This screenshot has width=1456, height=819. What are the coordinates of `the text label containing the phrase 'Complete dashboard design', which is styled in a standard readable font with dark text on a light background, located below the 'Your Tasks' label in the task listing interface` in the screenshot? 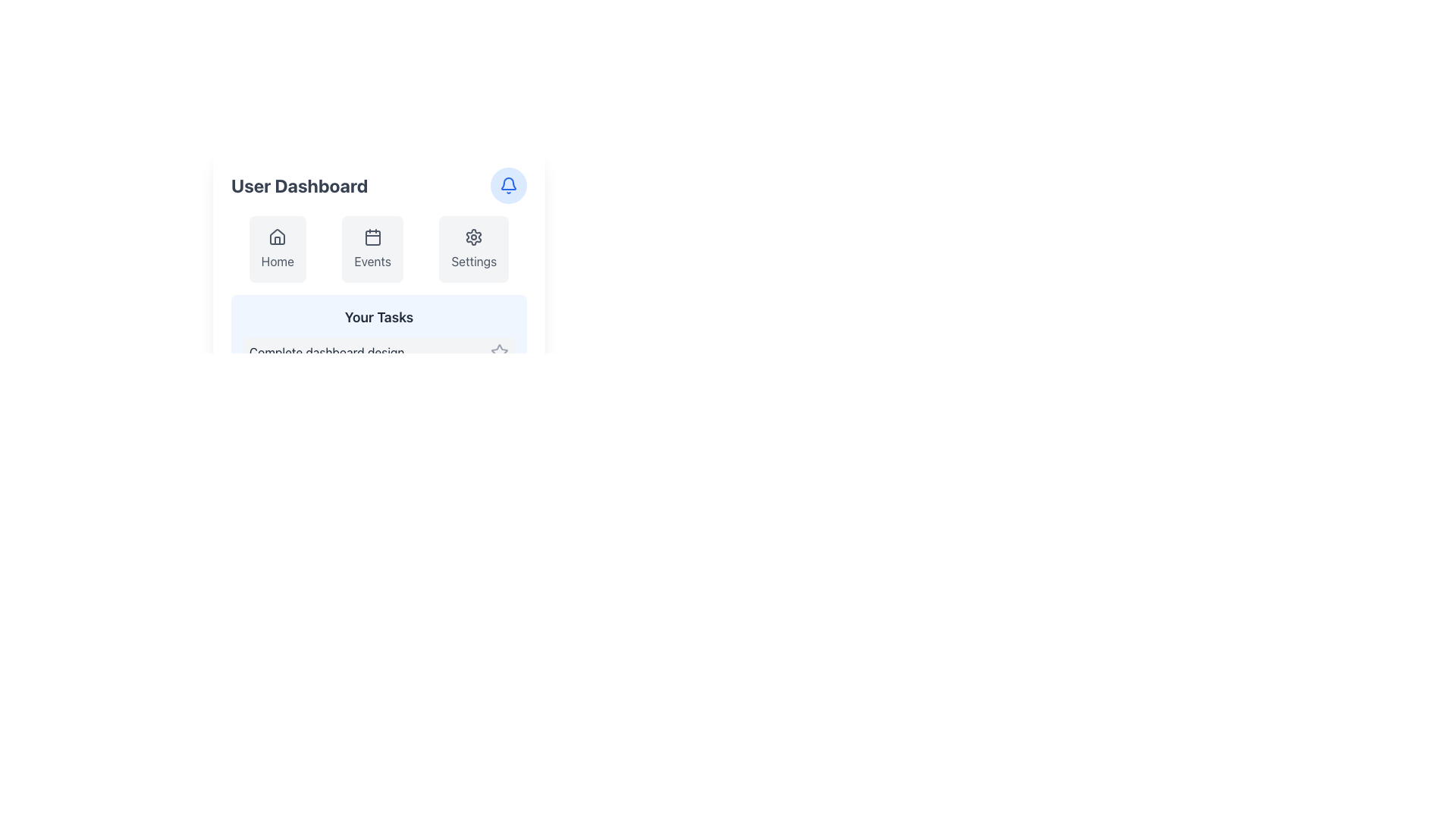 It's located at (326, 353).